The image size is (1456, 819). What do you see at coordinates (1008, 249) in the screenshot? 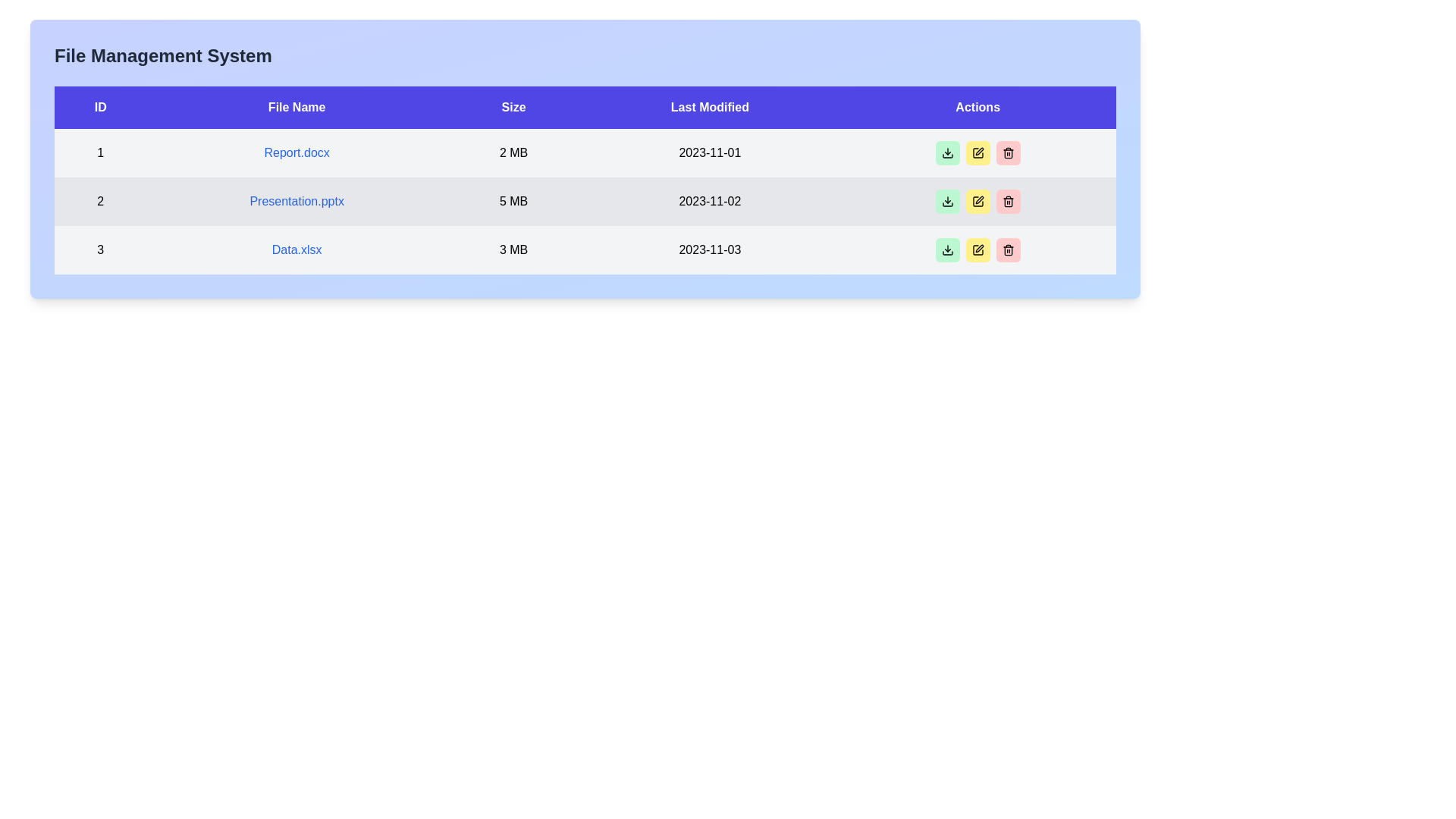
I see `the trash icon button in the Actions column, third row of the table, which is styled as a lightweight vector graphic trash can icon` at bounding box center [1008, 249].